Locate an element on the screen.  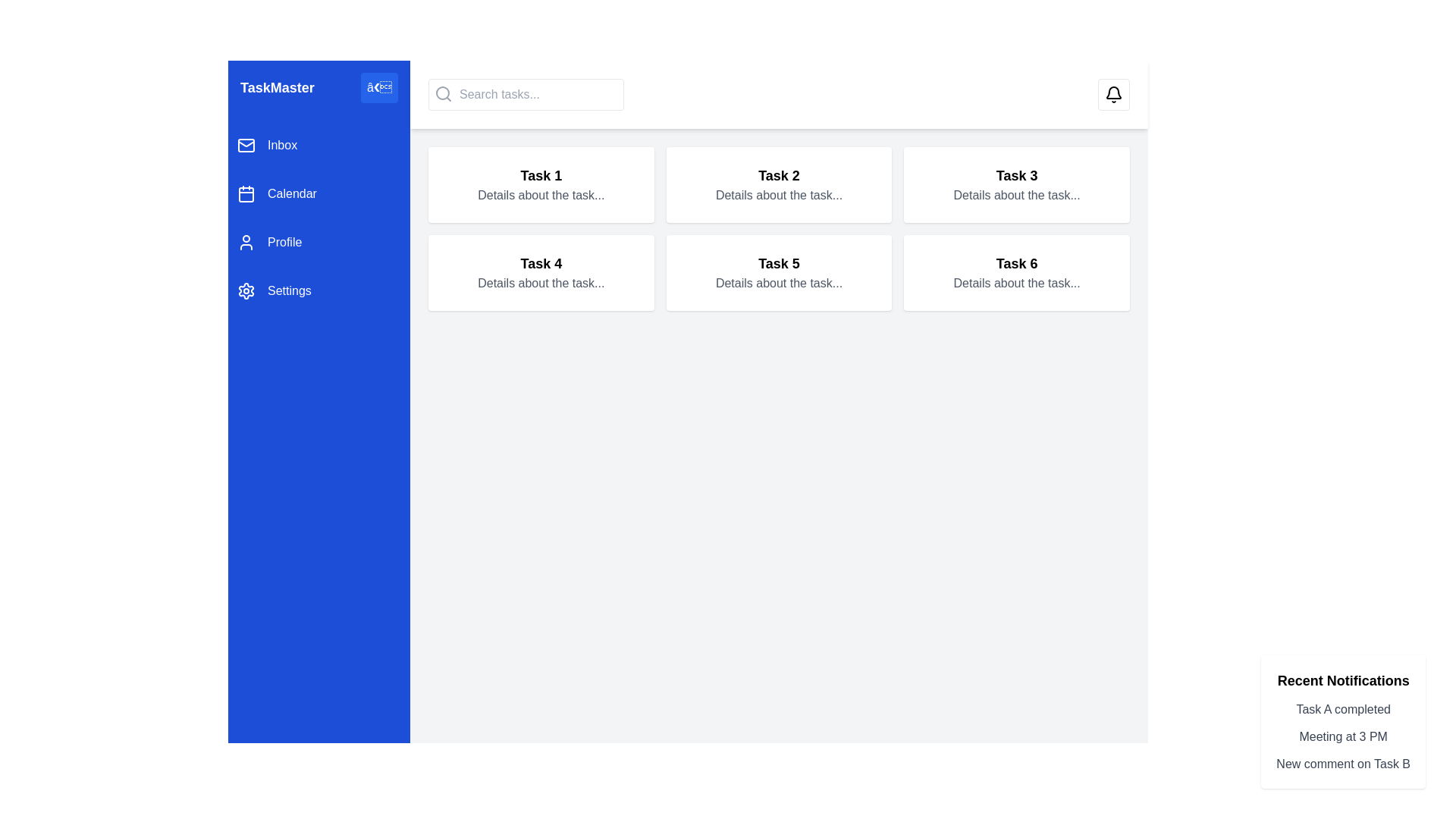
the SVG circle component that resembles a magnifying glass's lens, which is part of the search icon positioned at the top center of the interface, to the left of the search input field is located at coordinates (442, 93).